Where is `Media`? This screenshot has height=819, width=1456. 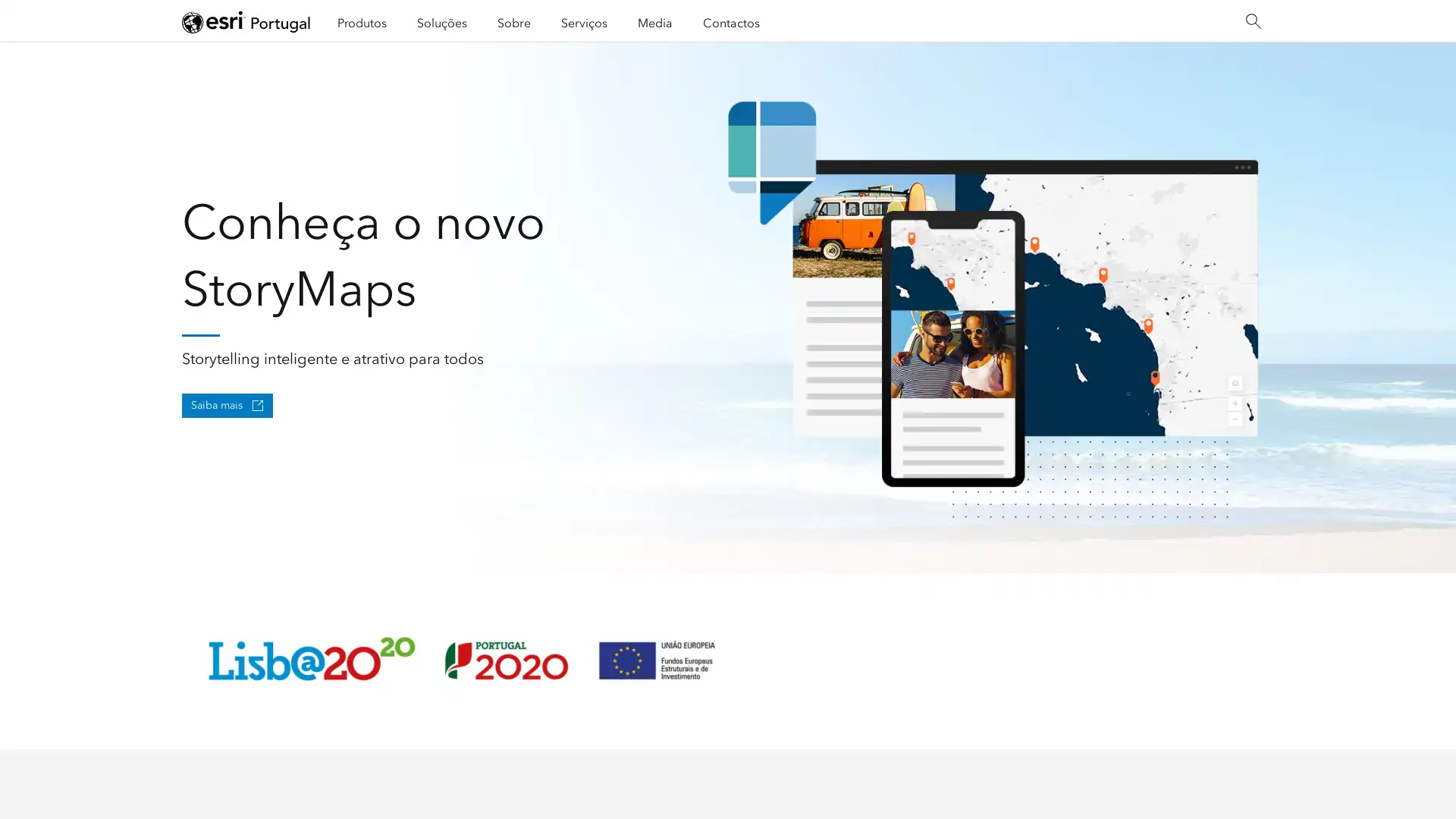 Media is located at coordinates (655, 20).